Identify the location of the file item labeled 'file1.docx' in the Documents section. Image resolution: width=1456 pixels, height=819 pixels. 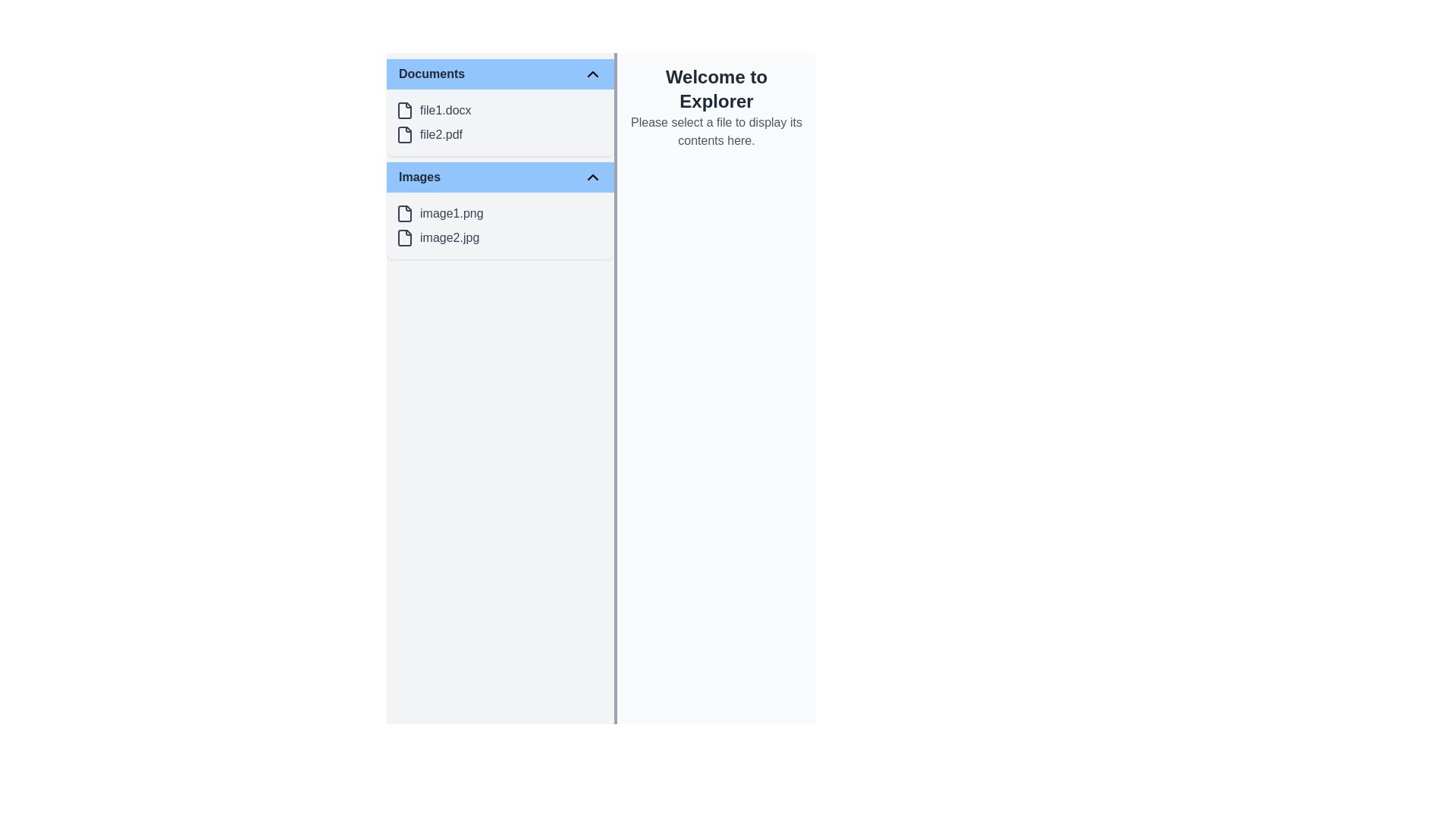
(500, 110).